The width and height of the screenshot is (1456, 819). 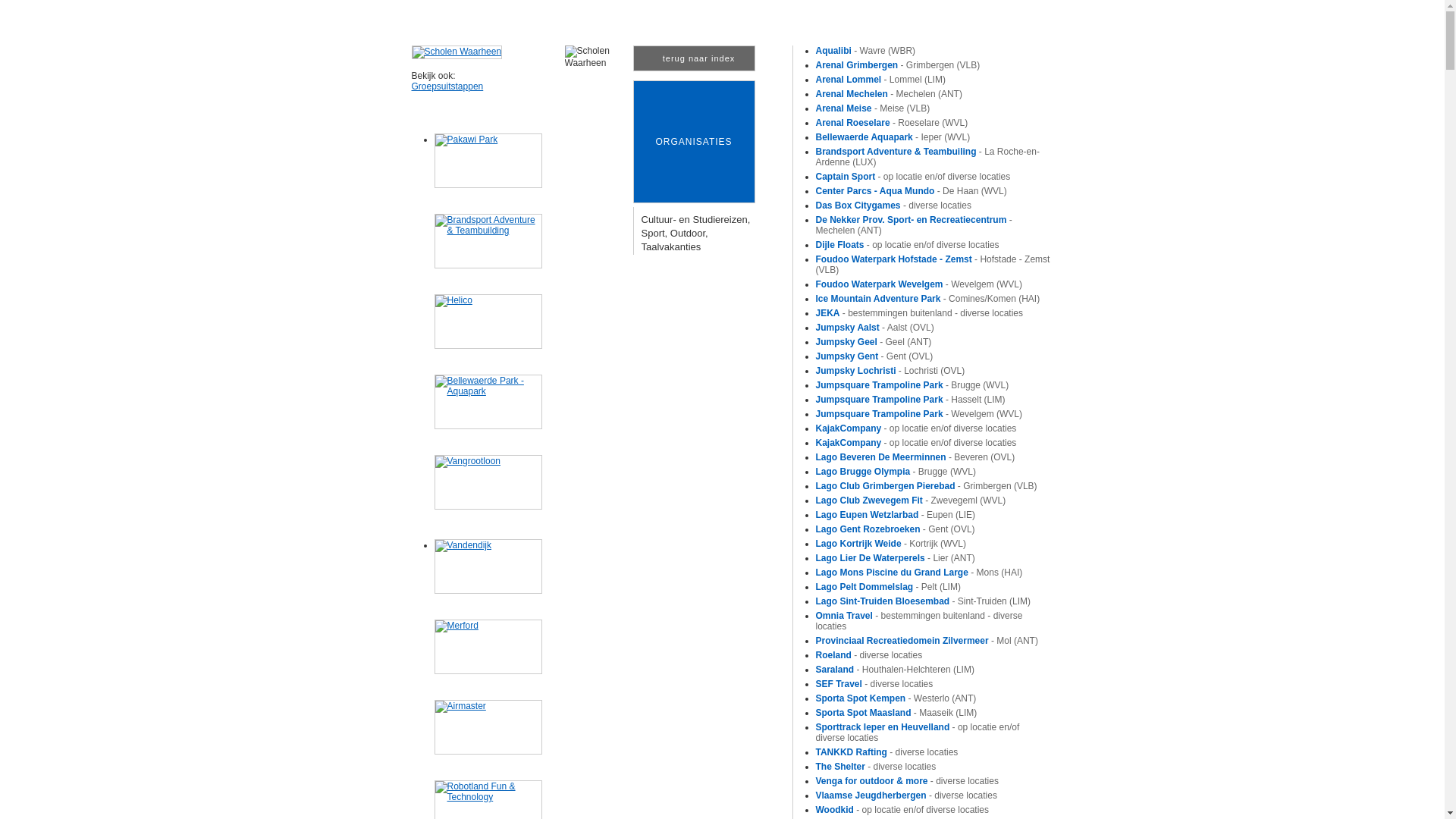 I want to click on 'Lago Lier De Waterperels - Lier (ANT)', so click(x=895, y=558).